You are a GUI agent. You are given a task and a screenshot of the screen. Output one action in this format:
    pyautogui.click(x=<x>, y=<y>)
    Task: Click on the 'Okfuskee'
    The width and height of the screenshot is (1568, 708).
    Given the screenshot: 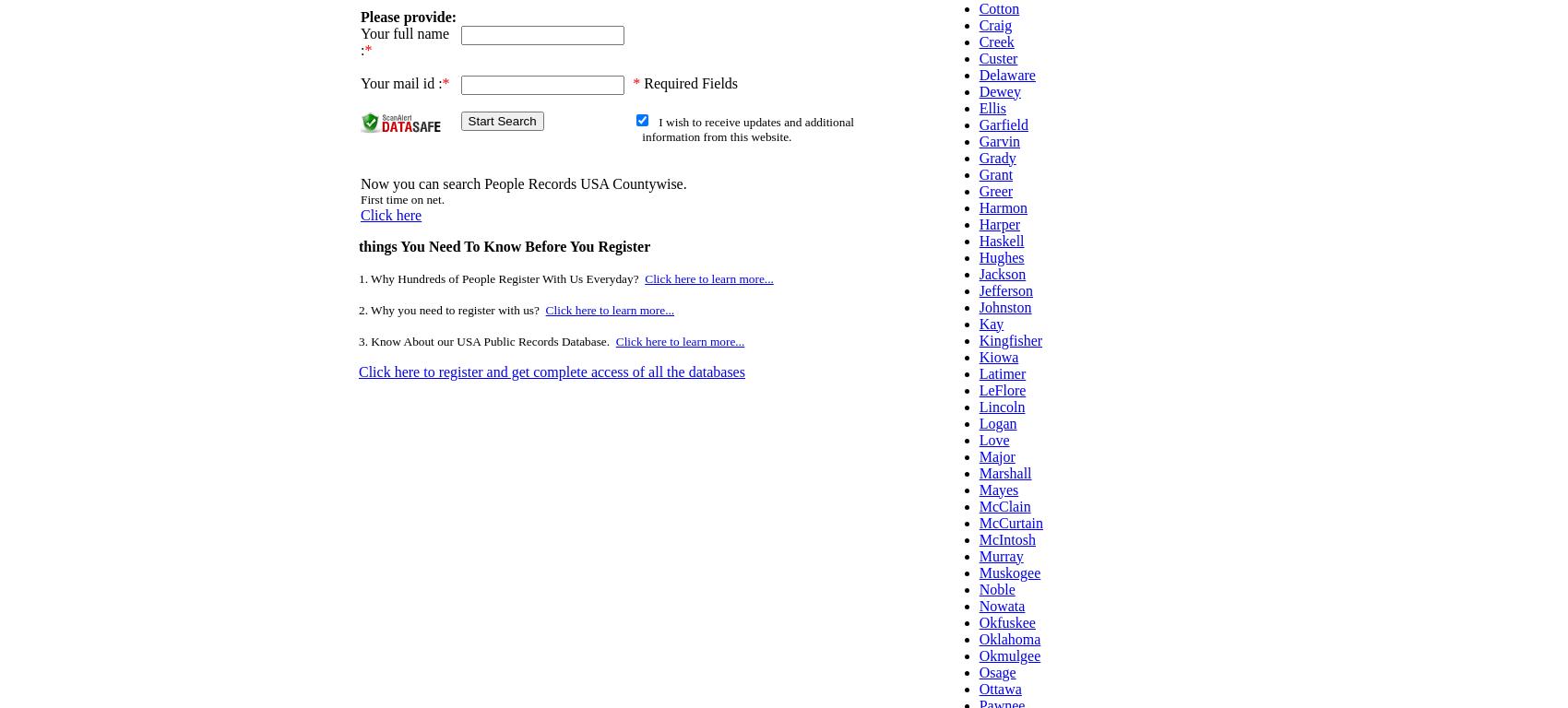 What is the action you would take?
    pyautogui.click(x=1006, y=621)
    